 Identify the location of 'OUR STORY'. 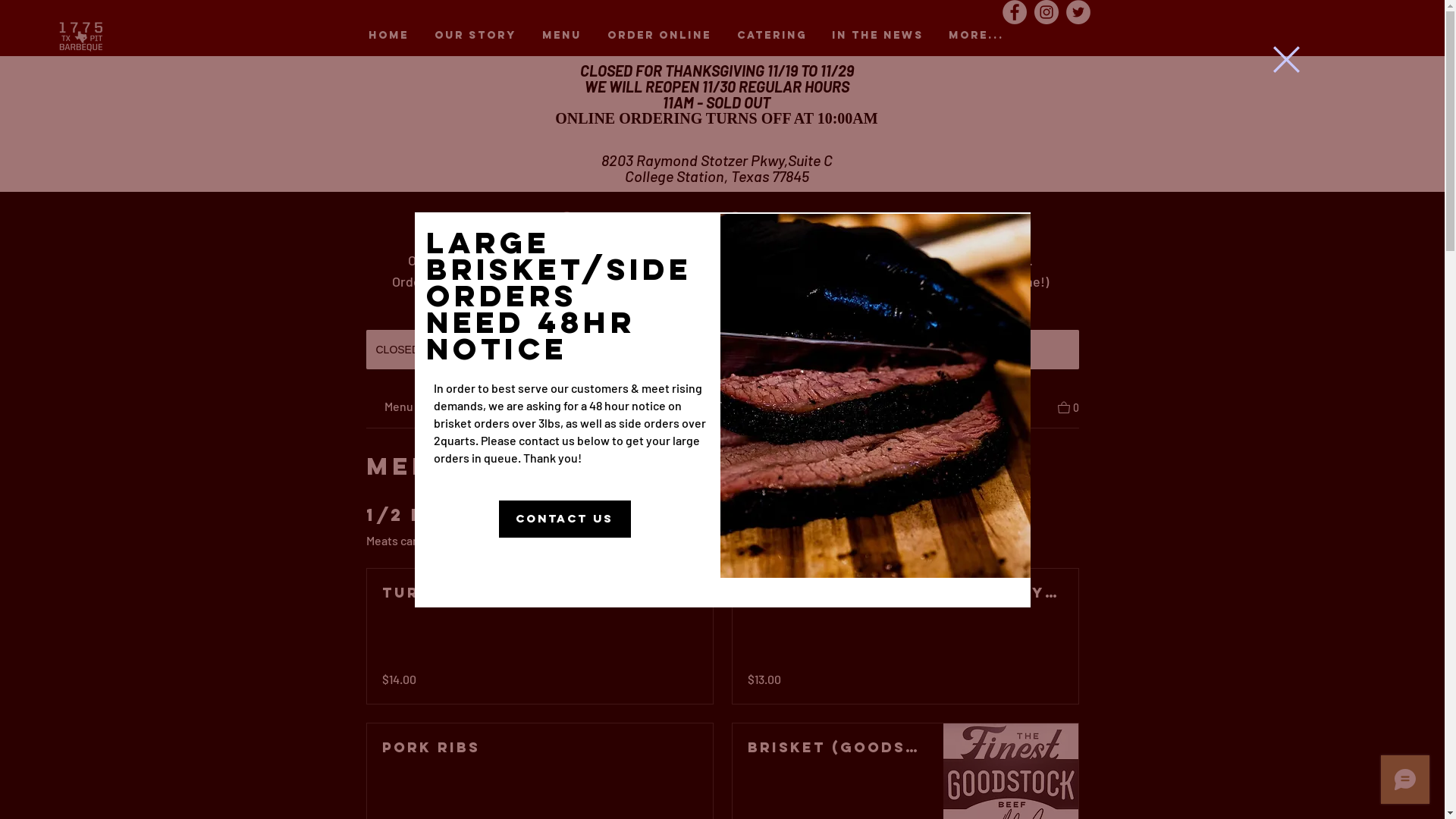
(475, 34).